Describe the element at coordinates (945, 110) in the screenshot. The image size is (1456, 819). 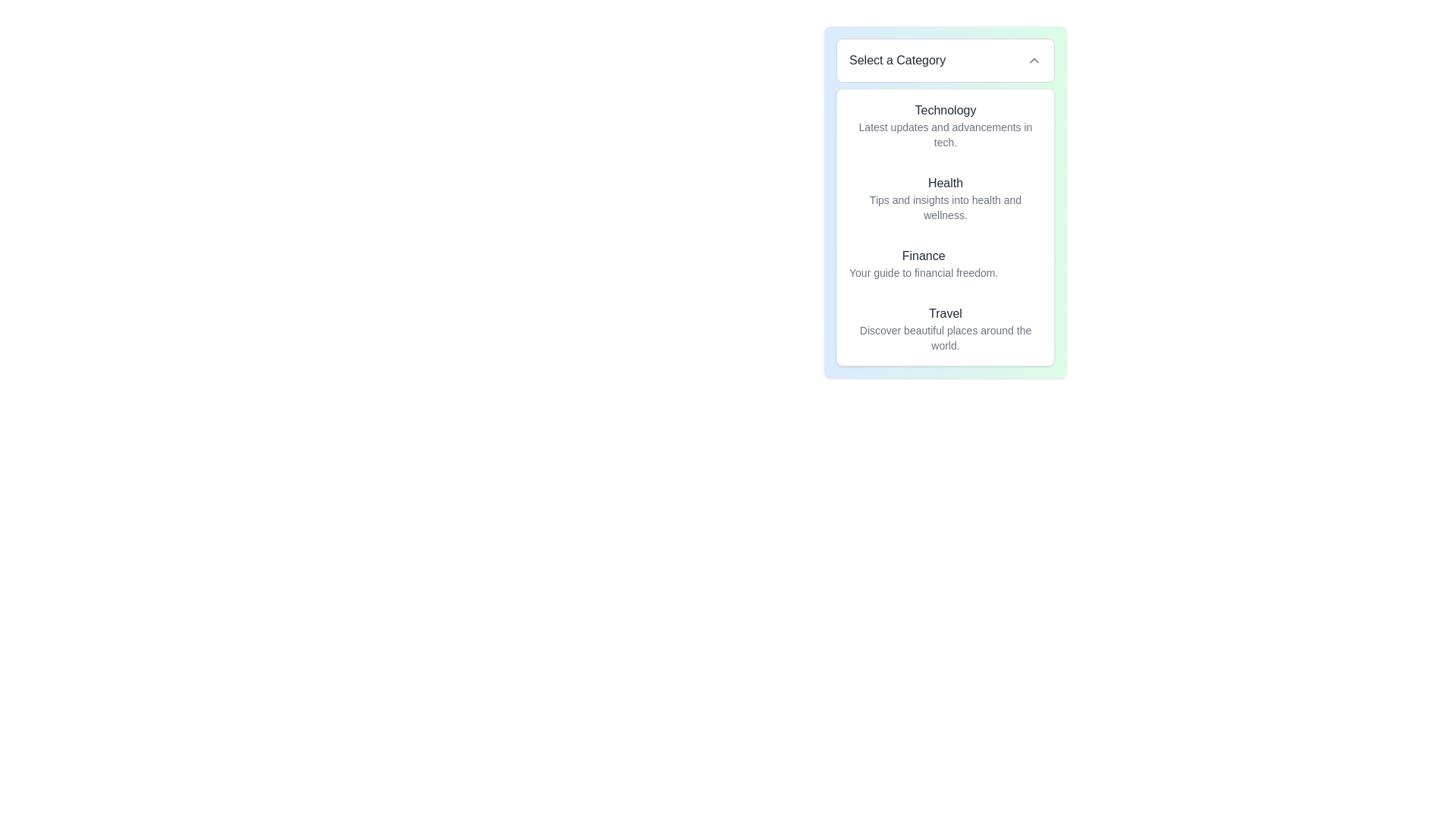
I see `text label displaying 'Technology', which is styled in bold, dark gray font and located at the top of the section, above 'Latest updates and advancements in tech.'` at that location.